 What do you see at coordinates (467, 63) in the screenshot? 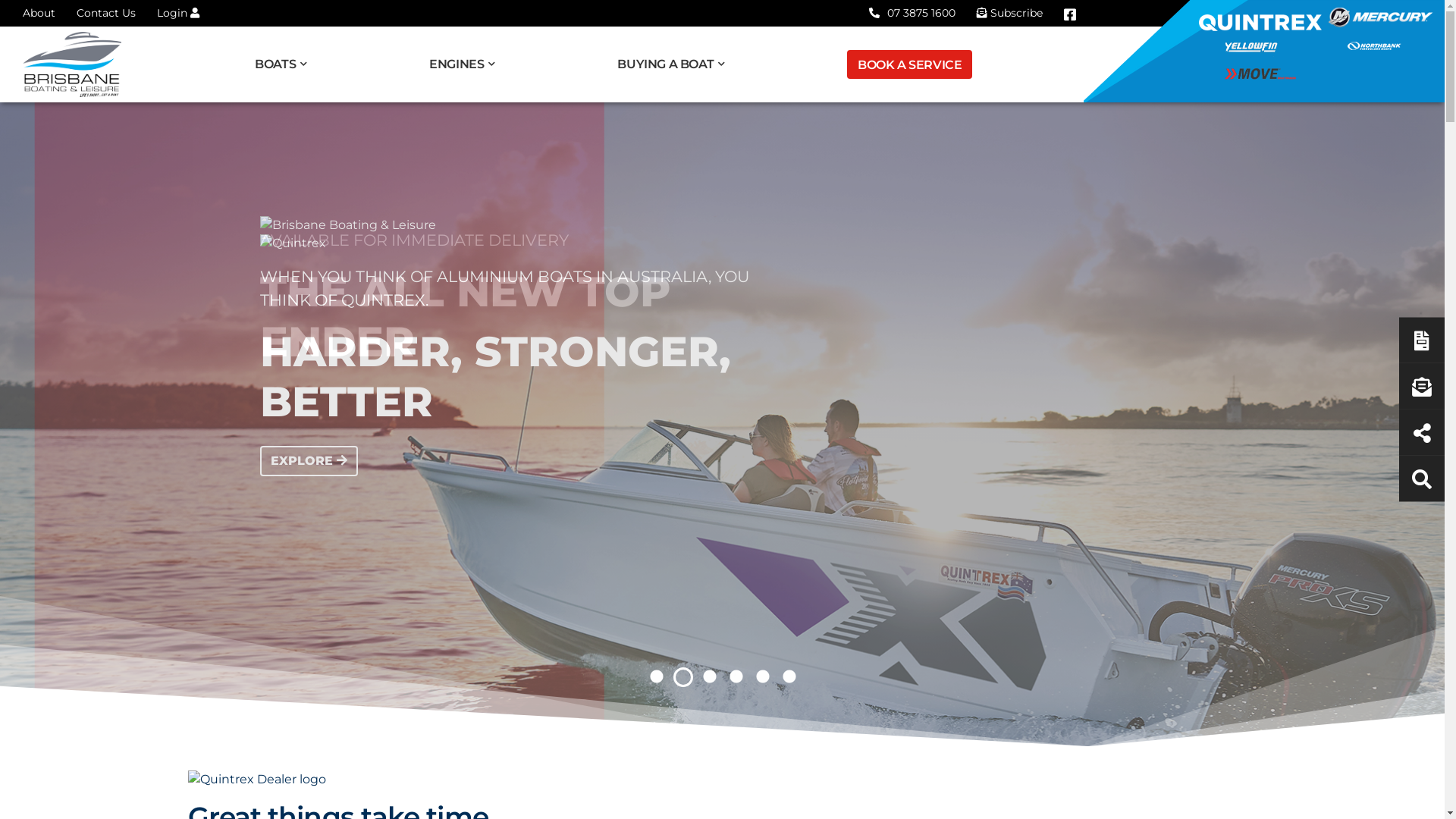
I see `'ENGINES'` at bounding box center [467, 63].